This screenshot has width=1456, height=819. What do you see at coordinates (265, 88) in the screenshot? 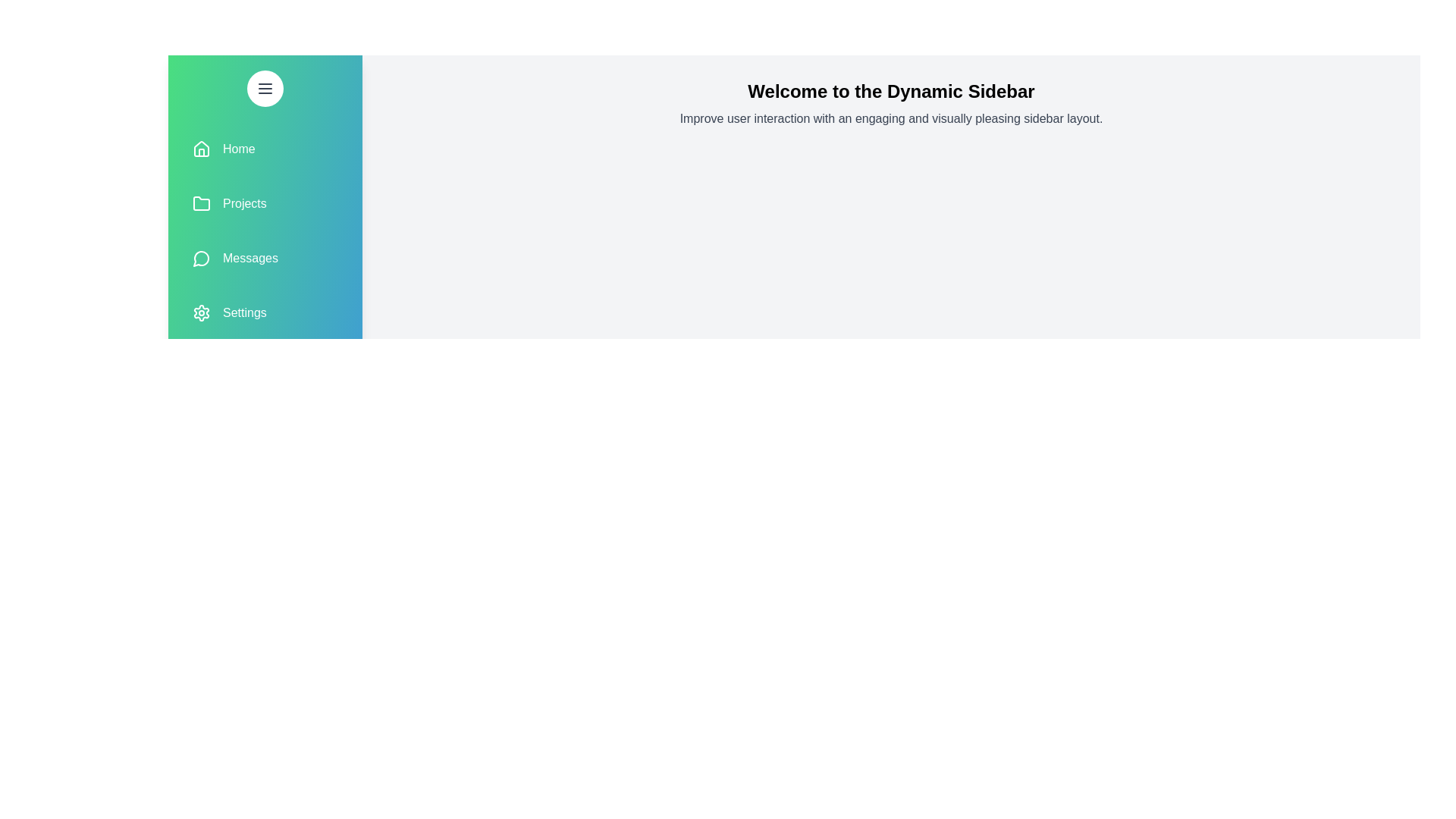
I see `menu button to toggle the sidebar's state` at bounding box center [265, 88].